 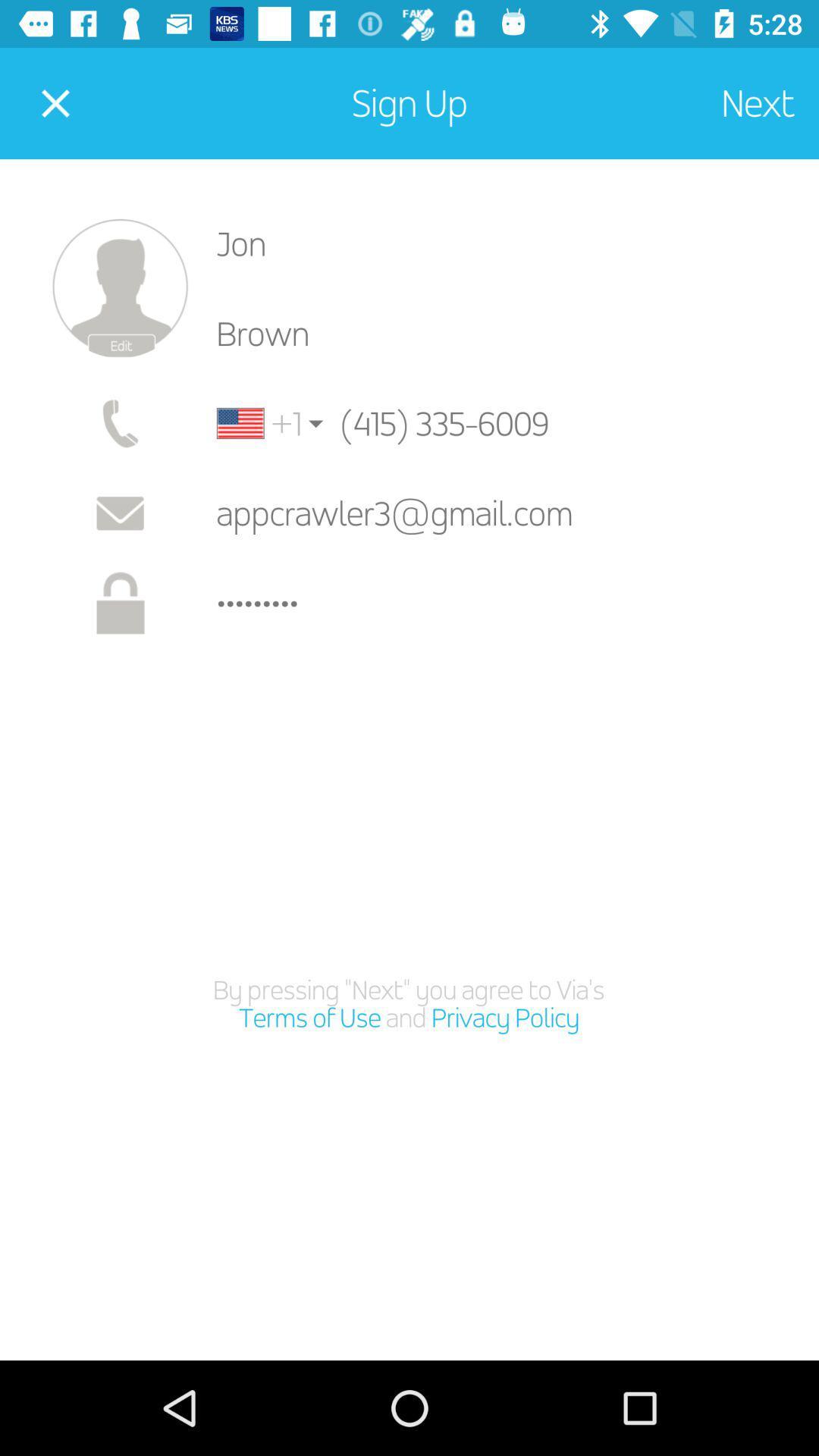 What do you see at coordinates (119, 288) in the screenshot?
I see `the avatar icon` at bounding box center [119, 288].